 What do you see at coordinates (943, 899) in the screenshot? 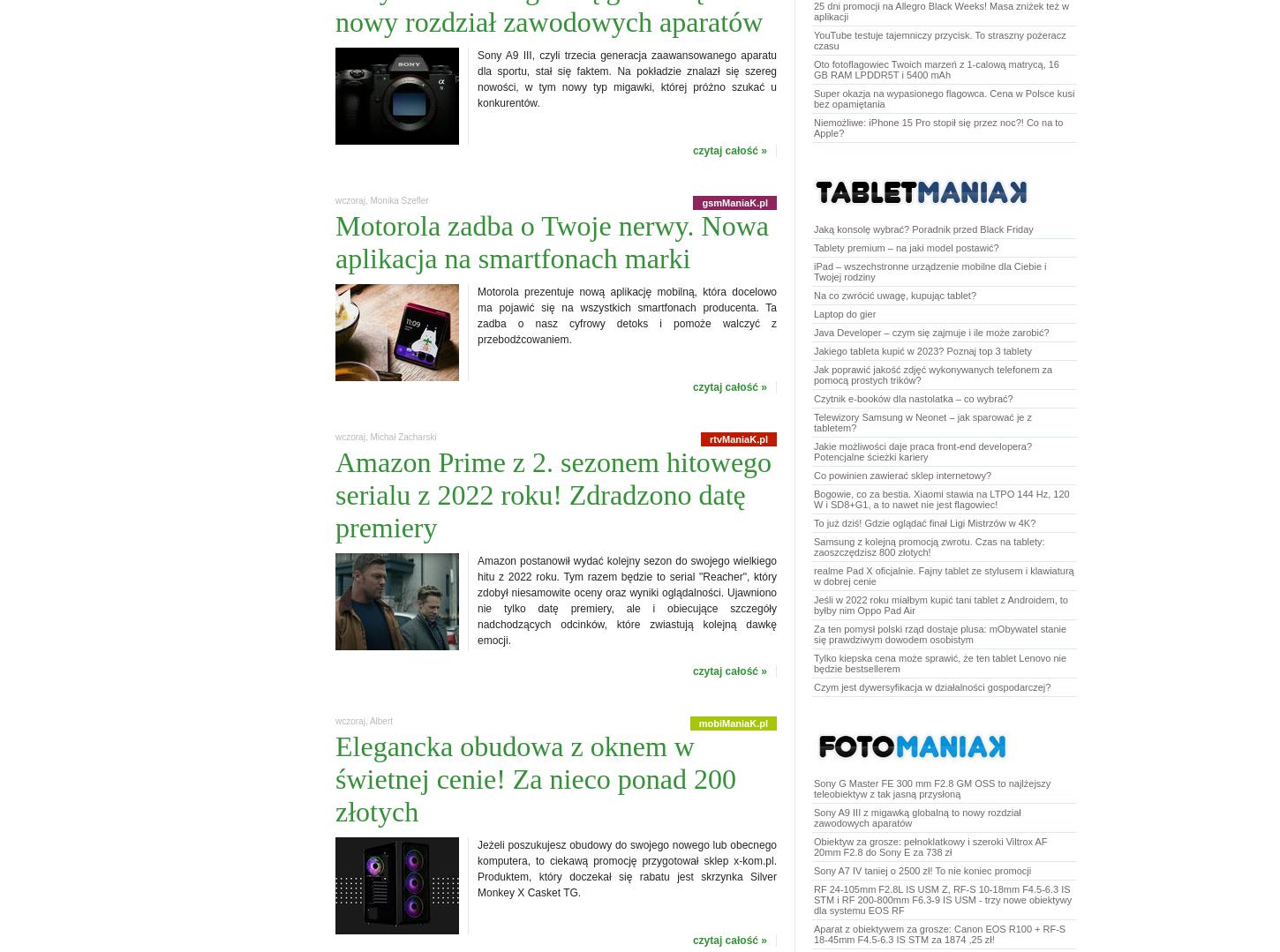
I see `'RF 24-105mm F2.8L IS USM Z, RF-S 10-18mm F4.5-6.3 IS STM i RF 200-800mm F6.3-9 IS USM - trzy nowe obiektywy dla systemu EOS RF'` at bounding box center [943, 899].